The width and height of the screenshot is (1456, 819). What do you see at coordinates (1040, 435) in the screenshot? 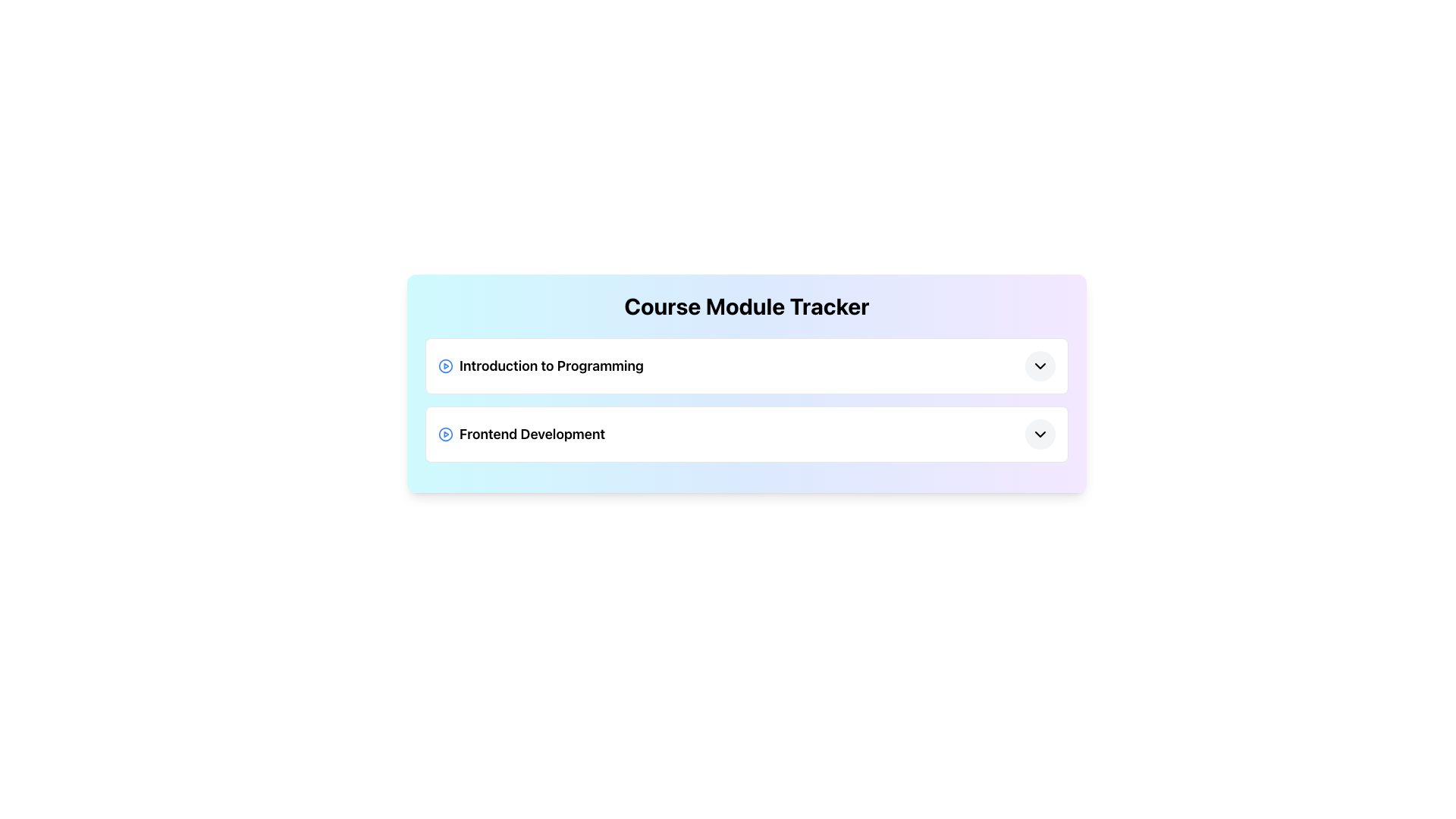
I see `the downward-pointing chevron icon located in the second row of the course module tracker next to the 'Frontend Development' label for additional highlight` at bounding box center [1040, 435].